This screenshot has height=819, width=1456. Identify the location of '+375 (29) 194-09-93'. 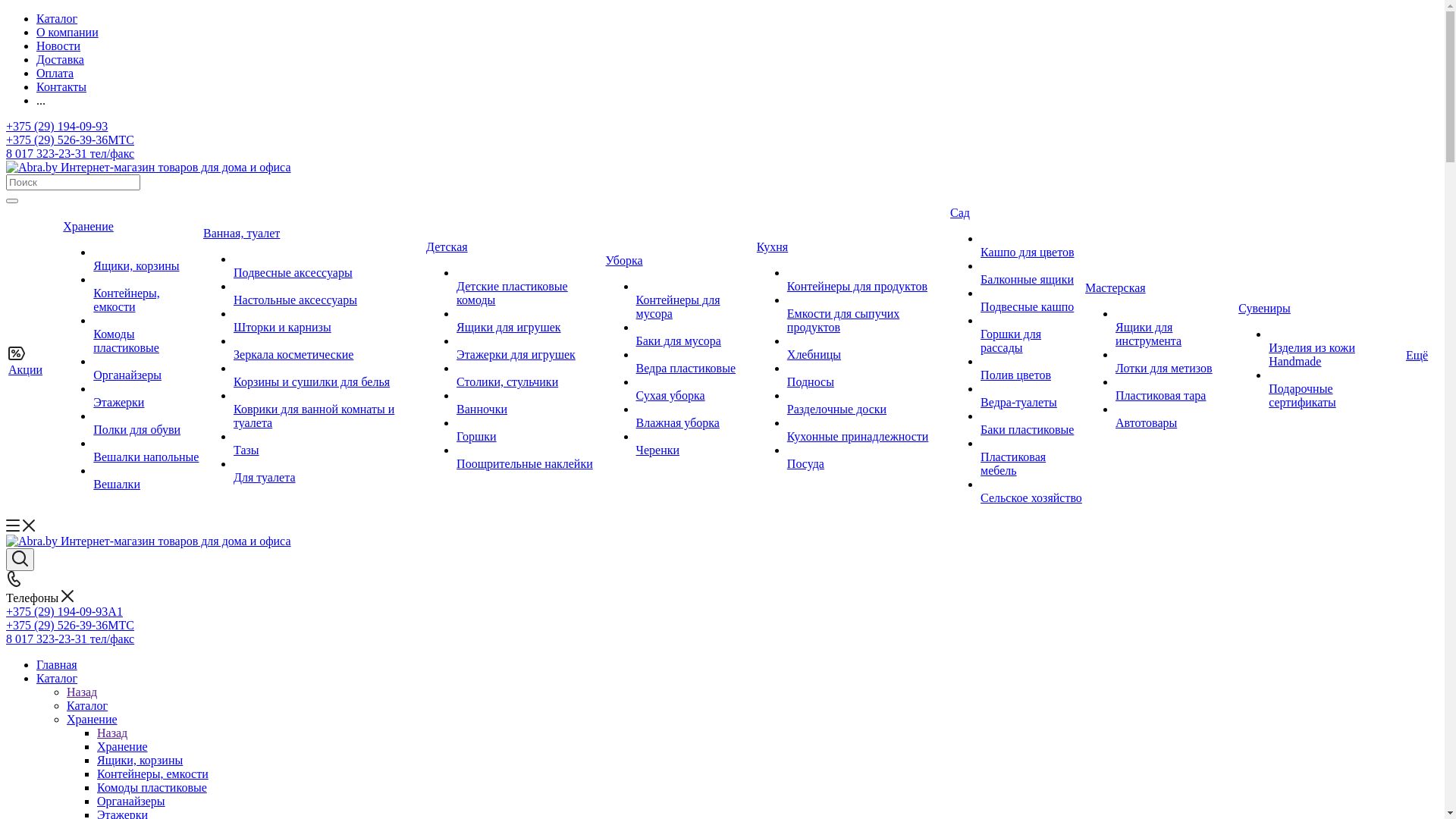
(57, 125).